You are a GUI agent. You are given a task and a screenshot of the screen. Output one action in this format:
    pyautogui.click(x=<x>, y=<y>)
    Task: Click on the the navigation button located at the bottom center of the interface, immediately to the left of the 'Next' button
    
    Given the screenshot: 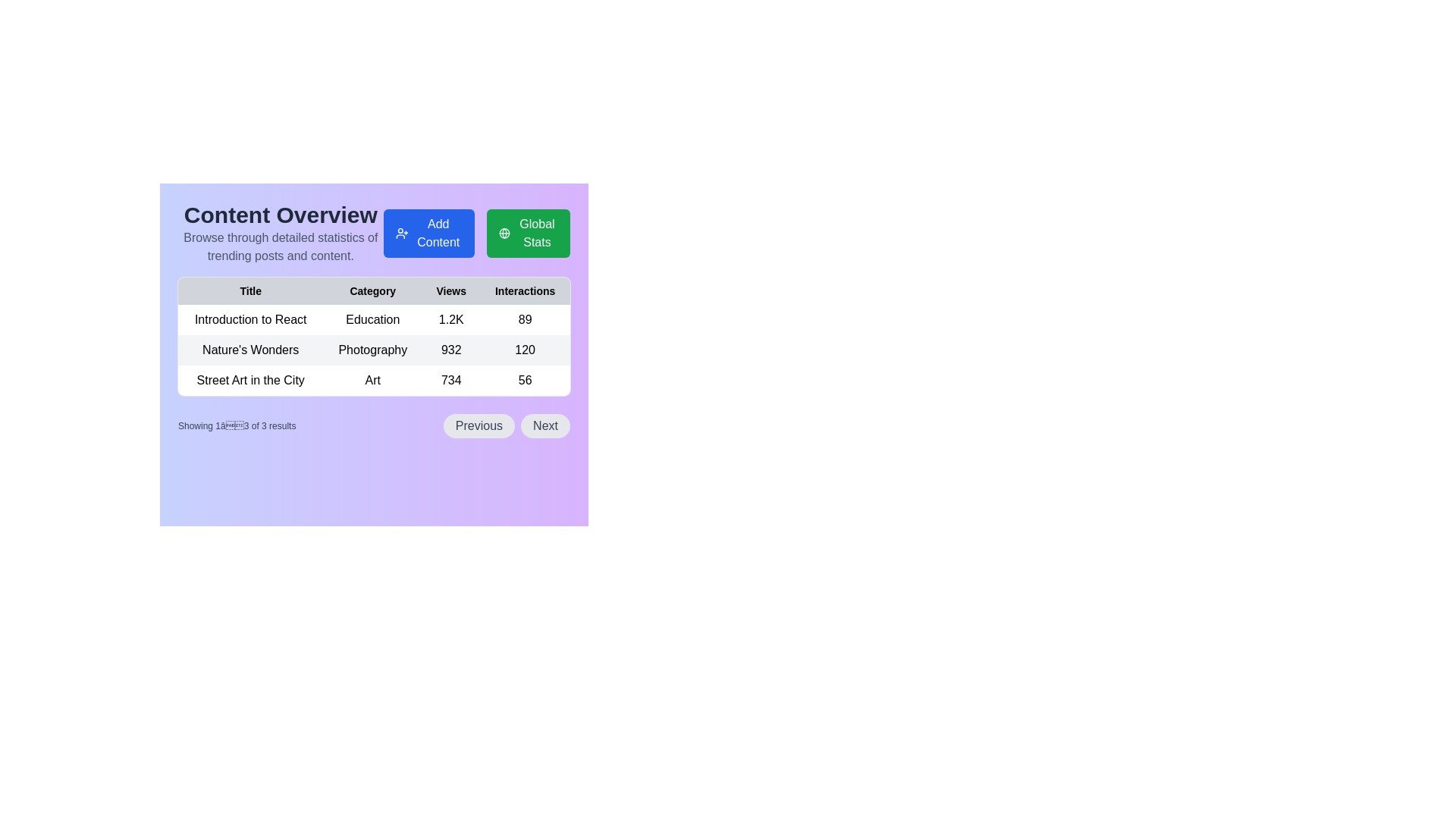 What is the action you would take?
    pyautogui.click(x=479, y=426)
    